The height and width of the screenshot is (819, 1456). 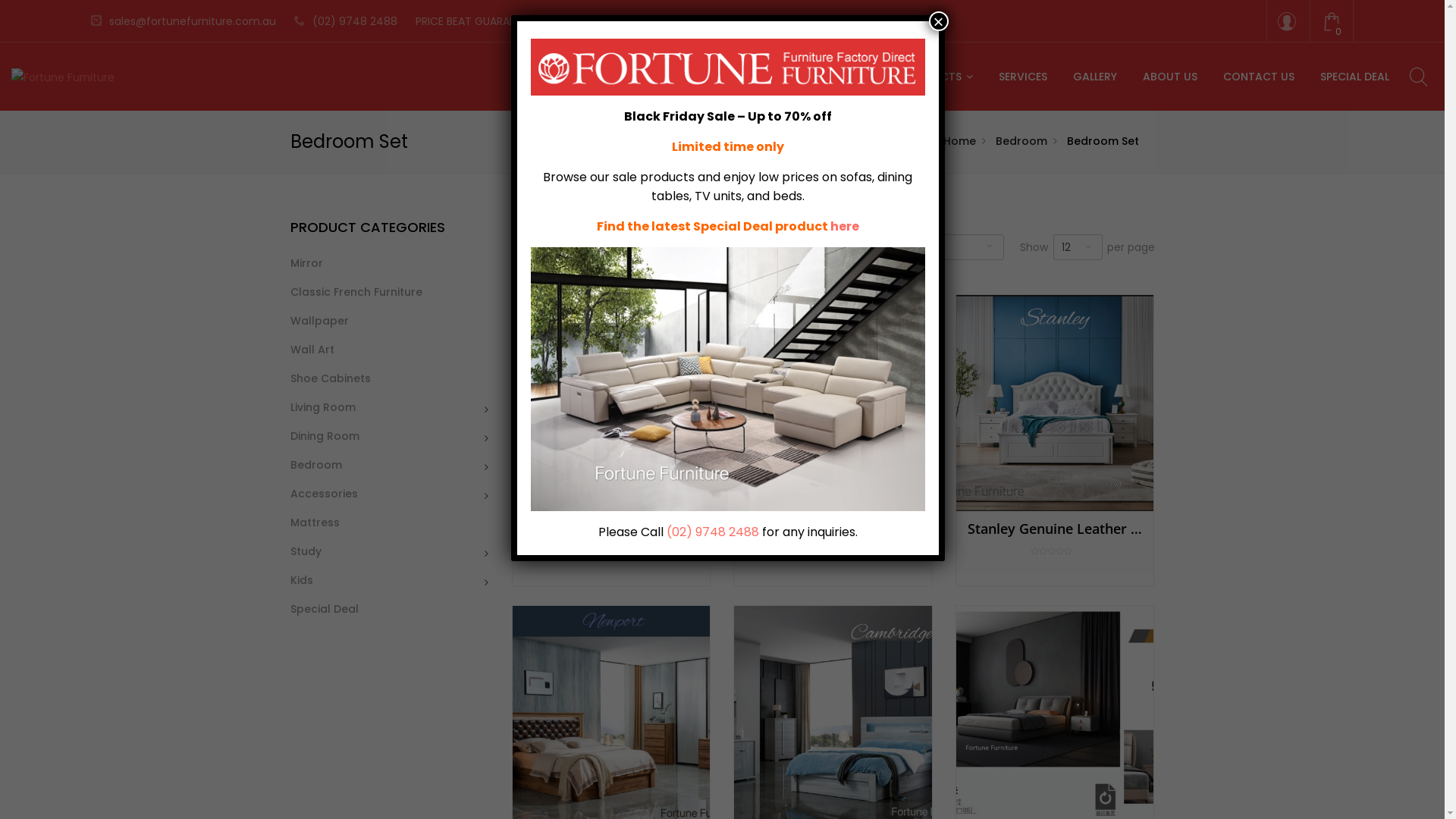 I want to click on 'Mattress', so click(x=313, y=519).